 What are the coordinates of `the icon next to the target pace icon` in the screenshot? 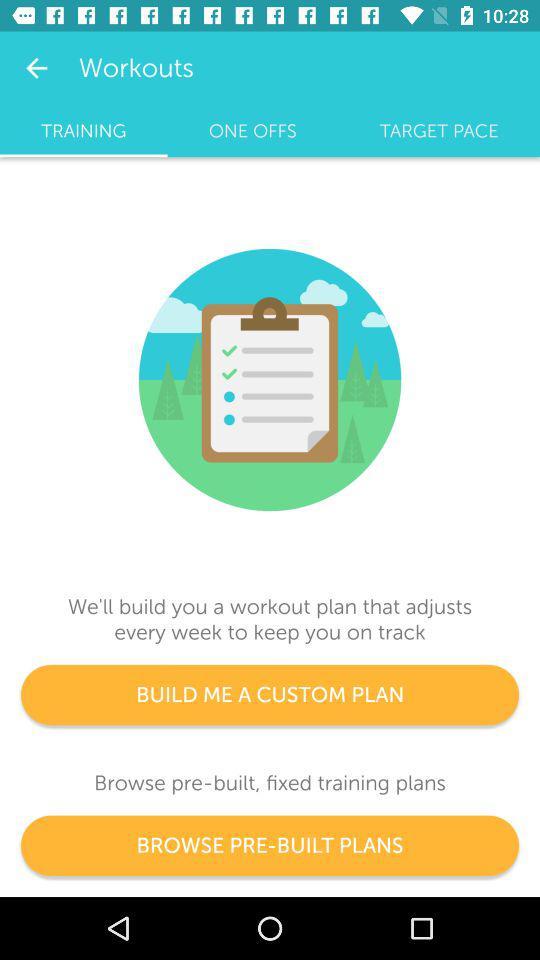 It's located at (252, 130).